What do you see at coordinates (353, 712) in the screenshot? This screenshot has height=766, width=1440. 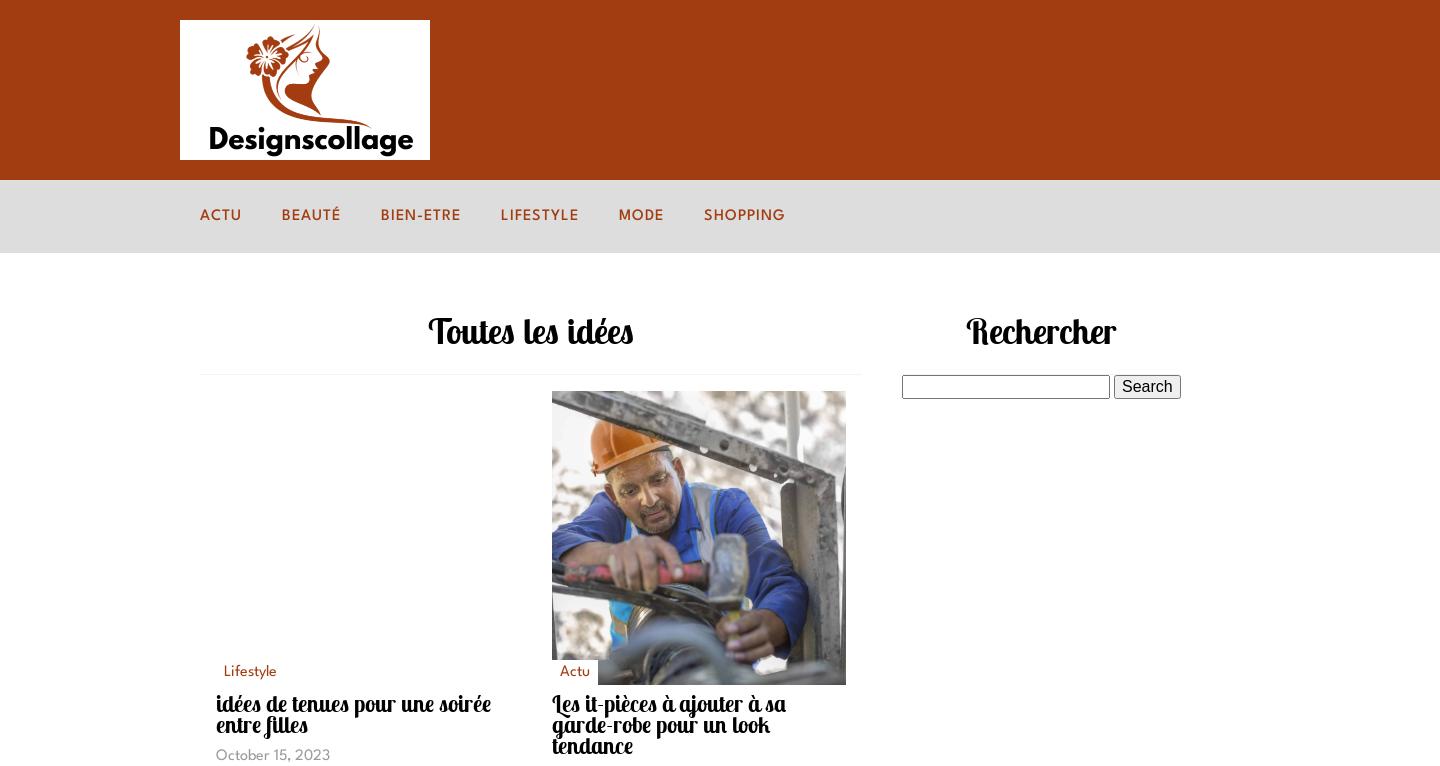 I see `'idées de tenues pour une soirée entre filles'` at bounding box center [353, 712].